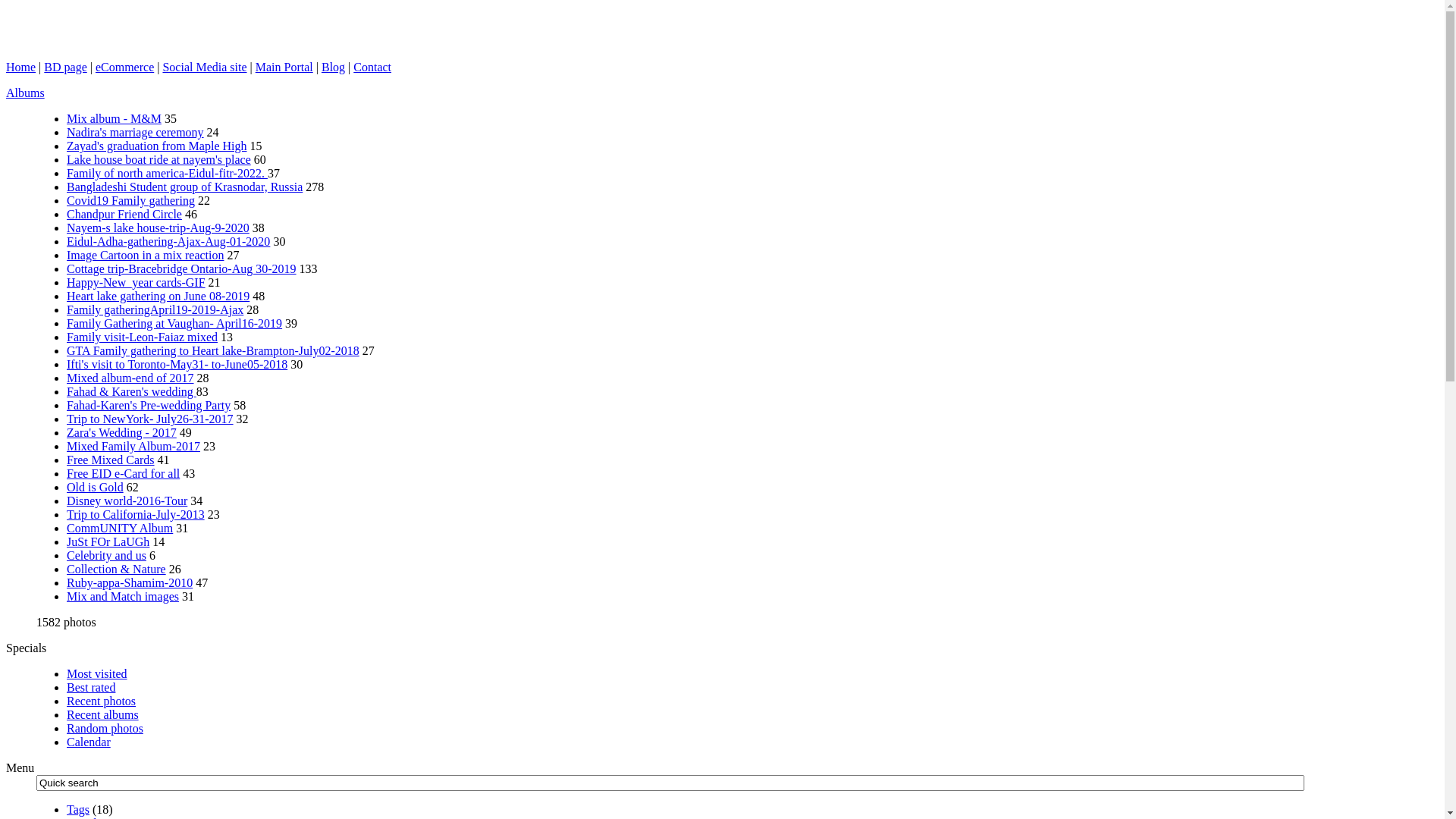 Image resolution: width=1456 pixels, height=819 pixels. I want to click on 'Recent albums', so click(102, 714).